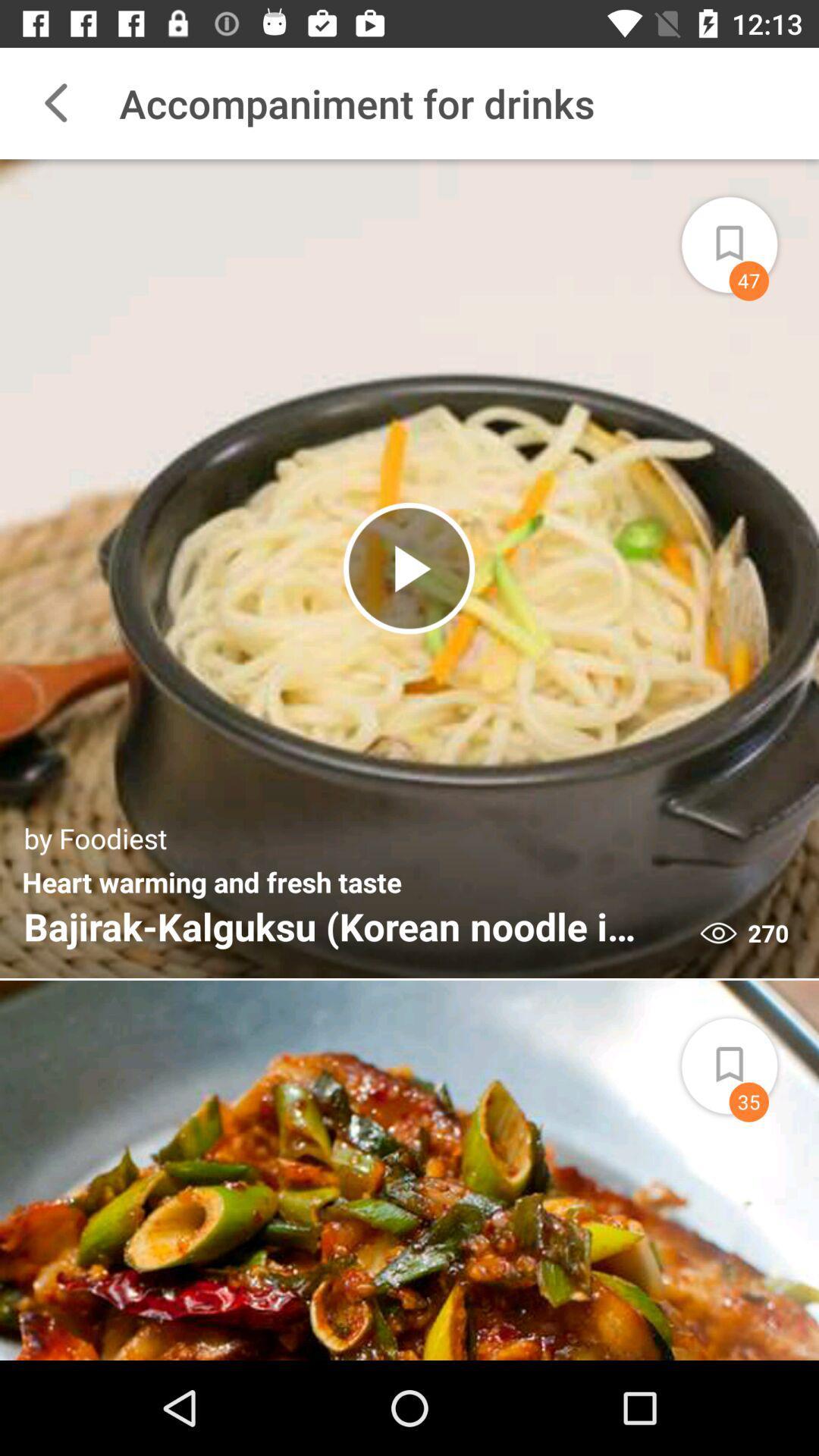 Image resolution: width=819 pixels, height=1456 pixels. I want to click on icon at the top left corner, so click(55, 102).